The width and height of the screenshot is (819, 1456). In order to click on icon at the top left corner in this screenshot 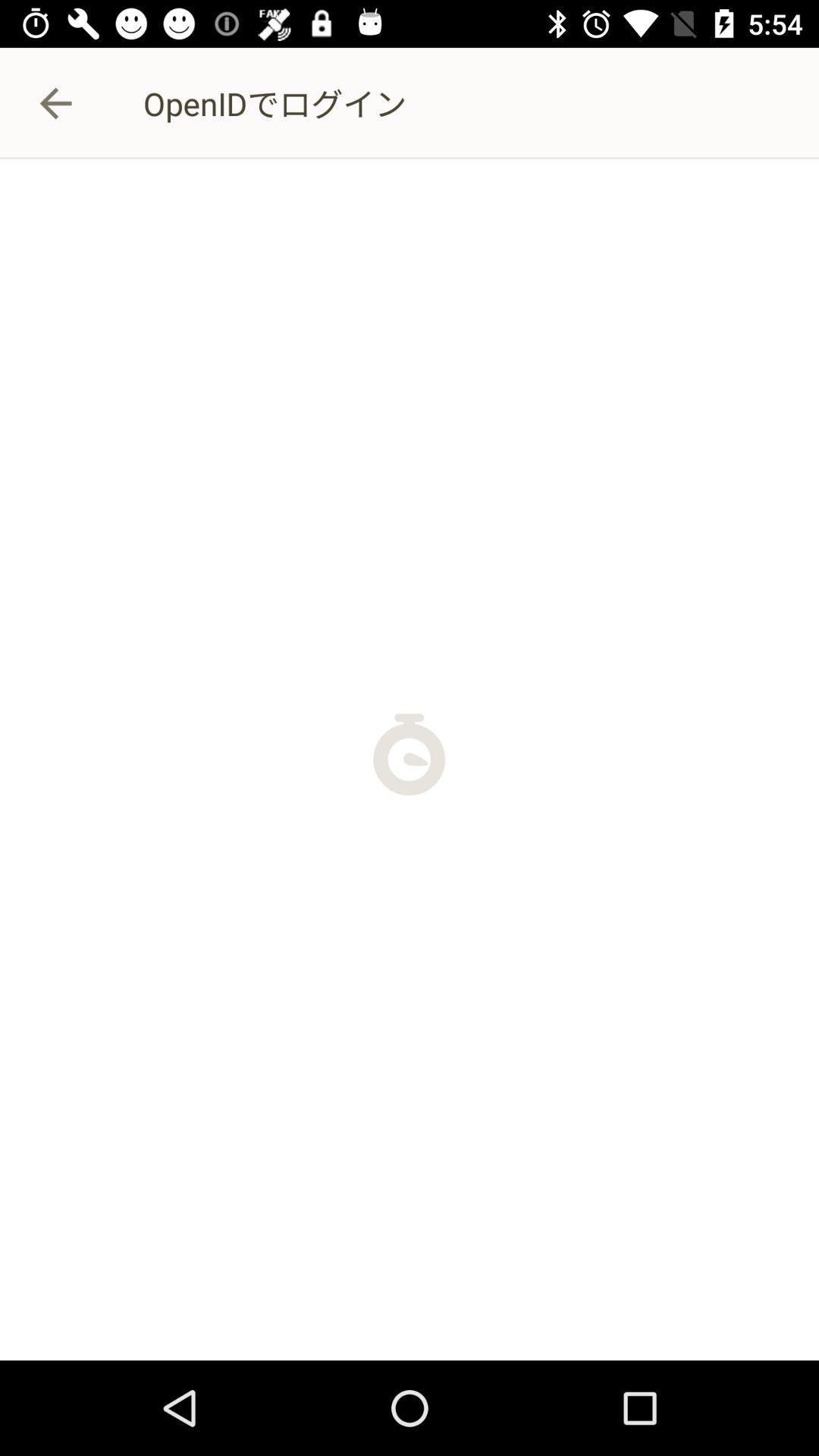, I will do `click(55, 102)`.